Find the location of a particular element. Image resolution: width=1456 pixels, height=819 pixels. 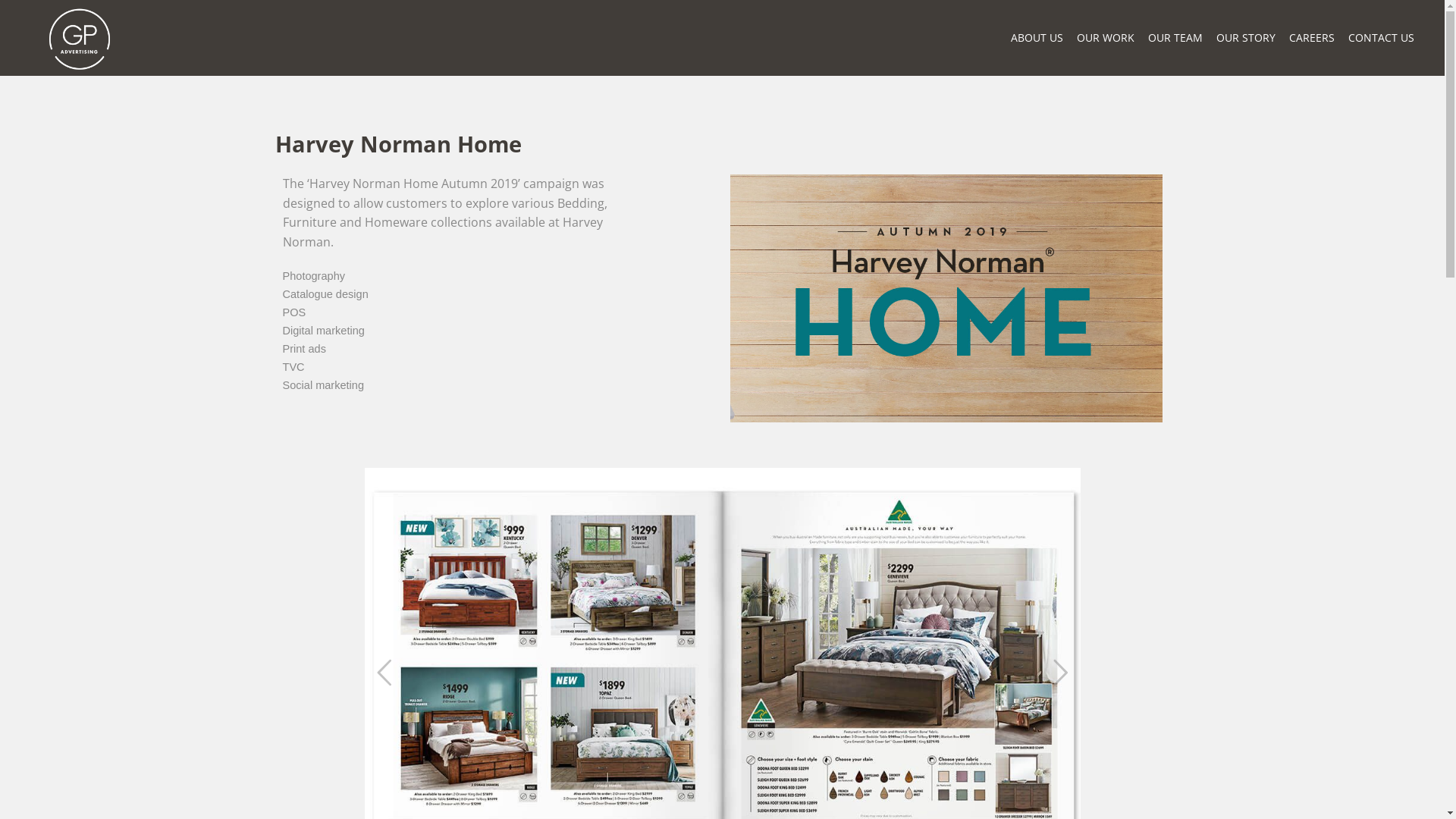

'CAREERS' is located at coordinates (1310, 36).